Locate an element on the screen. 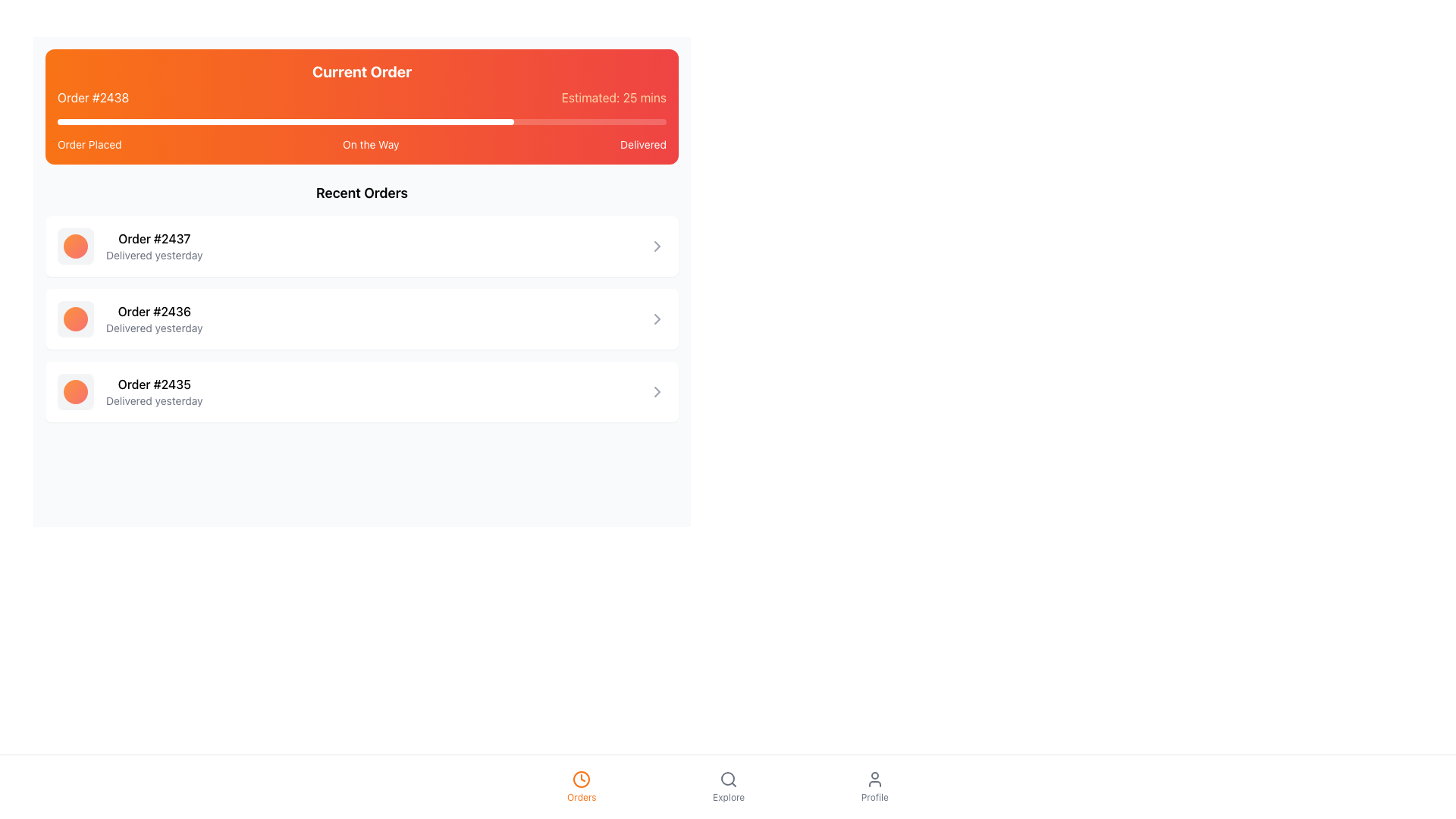  the Text Label displaying 'Estimated: 25 mins' in an orange font on a red gradient background, located in the header section aligned to the top-right corner is located at coordinates (613, 97).